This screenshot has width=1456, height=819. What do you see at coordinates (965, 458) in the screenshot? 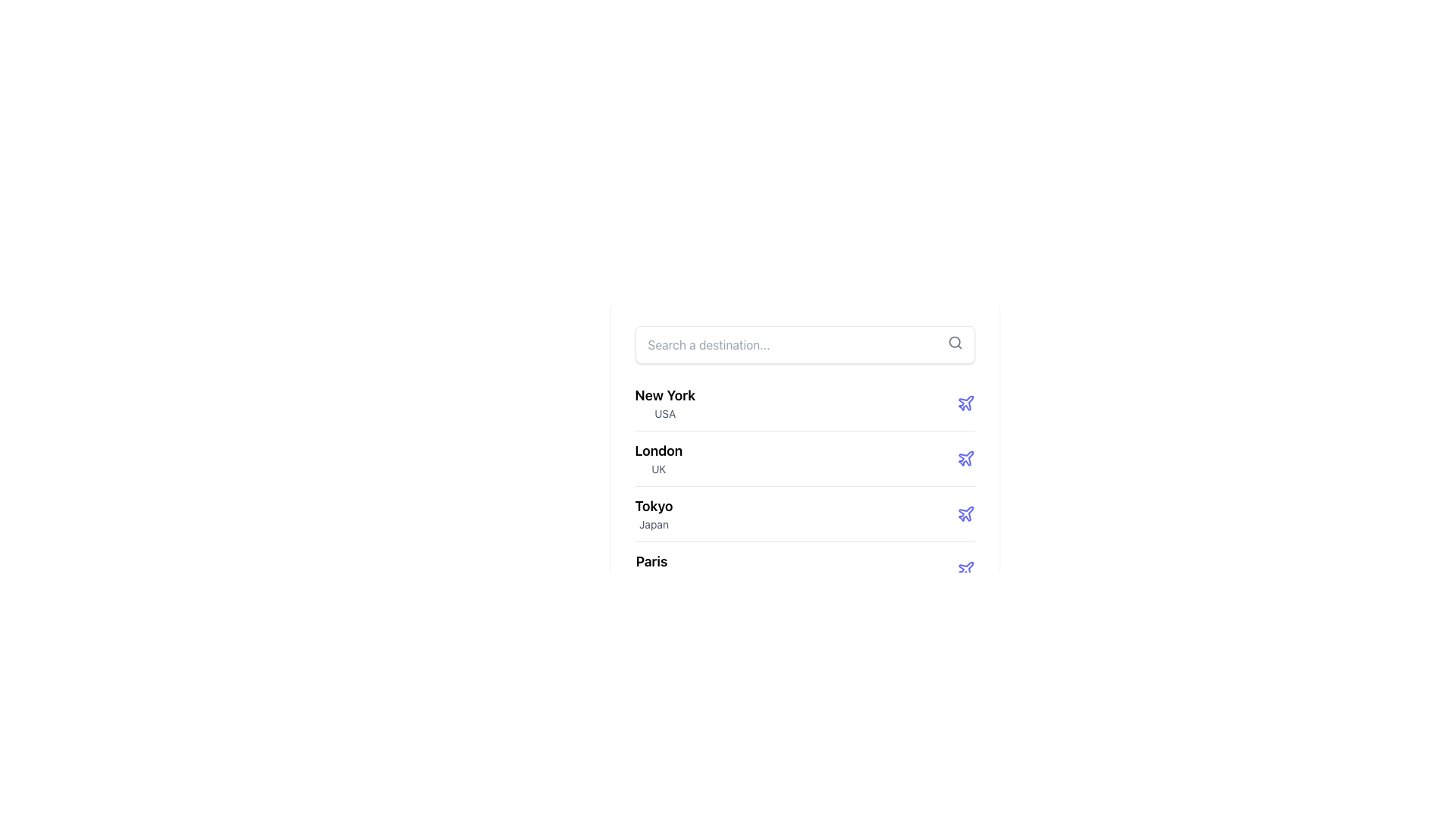
I see `the plane icon located at the far right end of the list item labeled 'London' and 'UK', which is part of a series of travel-related icons` at bounding box center [965, 458].